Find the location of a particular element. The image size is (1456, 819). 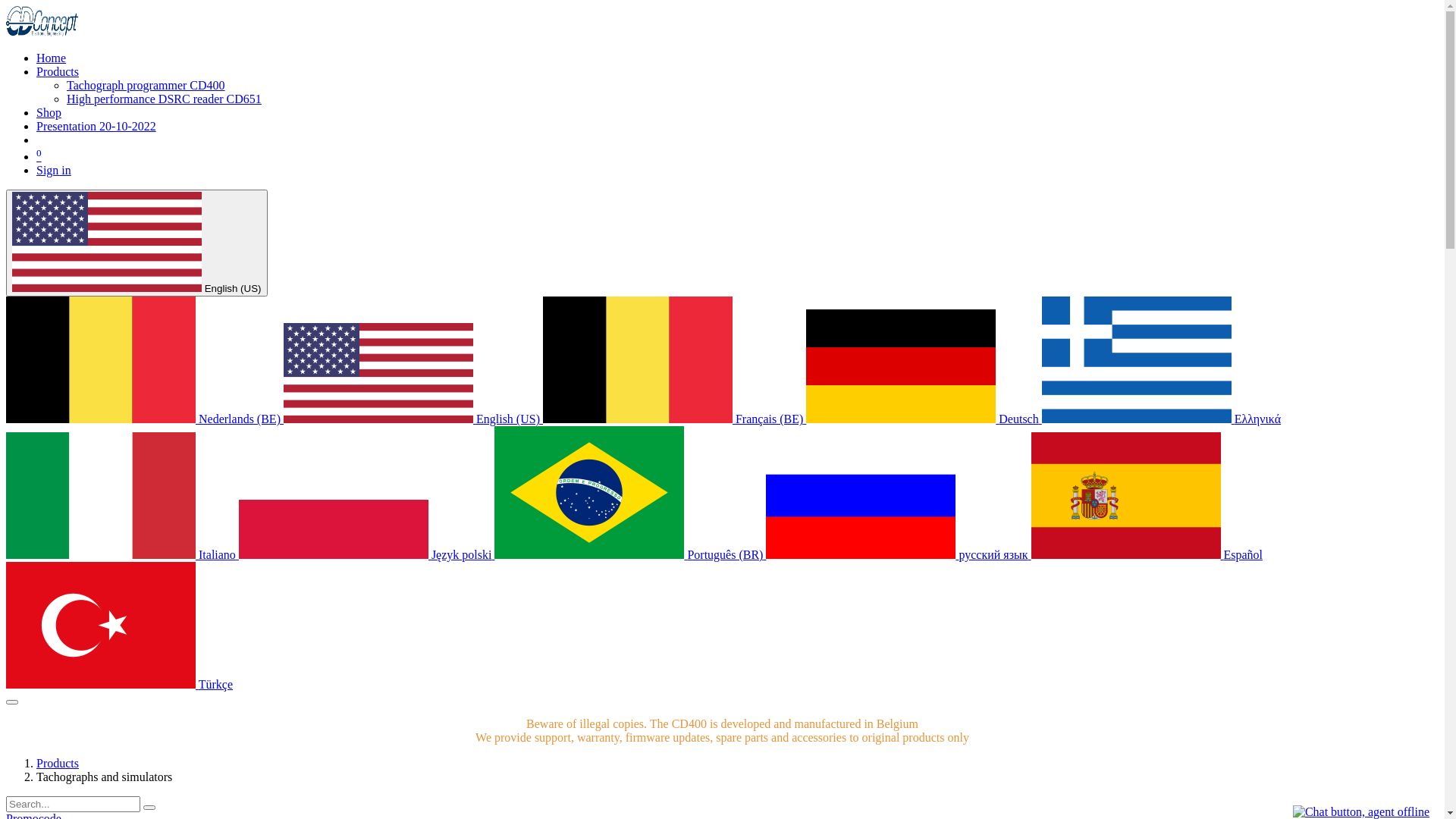

'High performance DSRC reader CD651' is located at coordinates (164, 99).